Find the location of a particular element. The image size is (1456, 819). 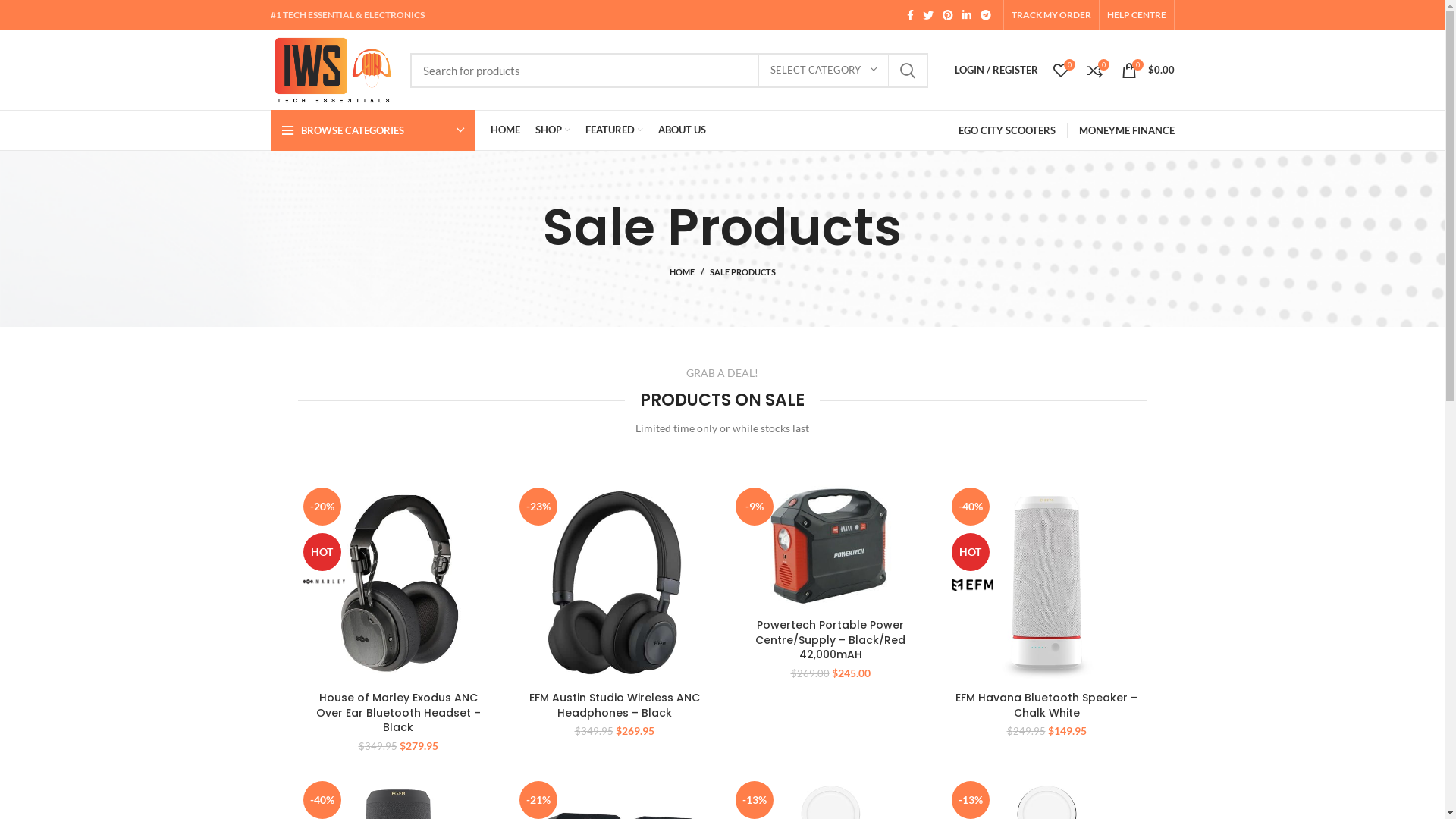

'0' is located at coordinates (1095, 70).